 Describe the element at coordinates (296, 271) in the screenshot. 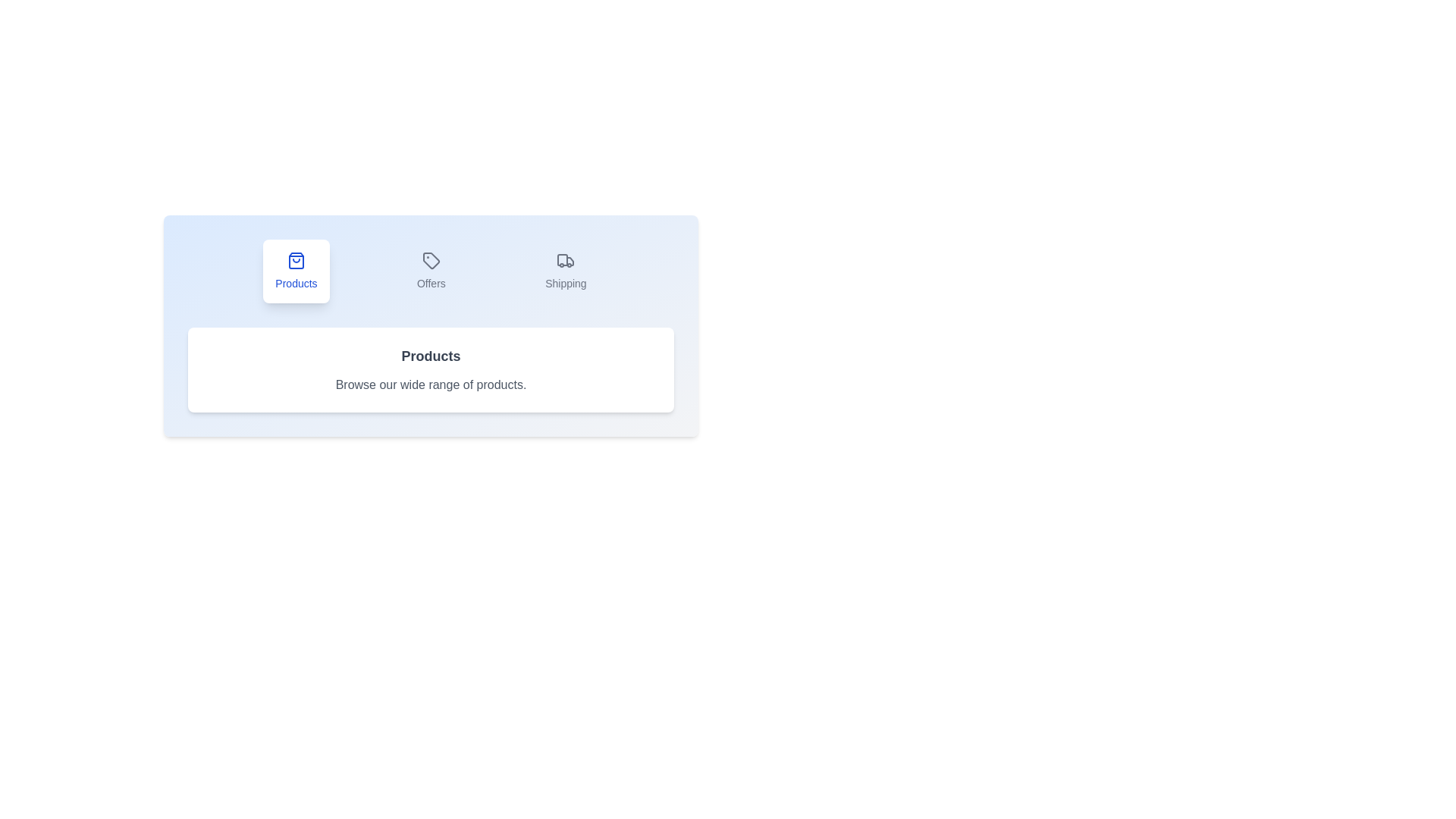

I see `the Products tab` at that location.